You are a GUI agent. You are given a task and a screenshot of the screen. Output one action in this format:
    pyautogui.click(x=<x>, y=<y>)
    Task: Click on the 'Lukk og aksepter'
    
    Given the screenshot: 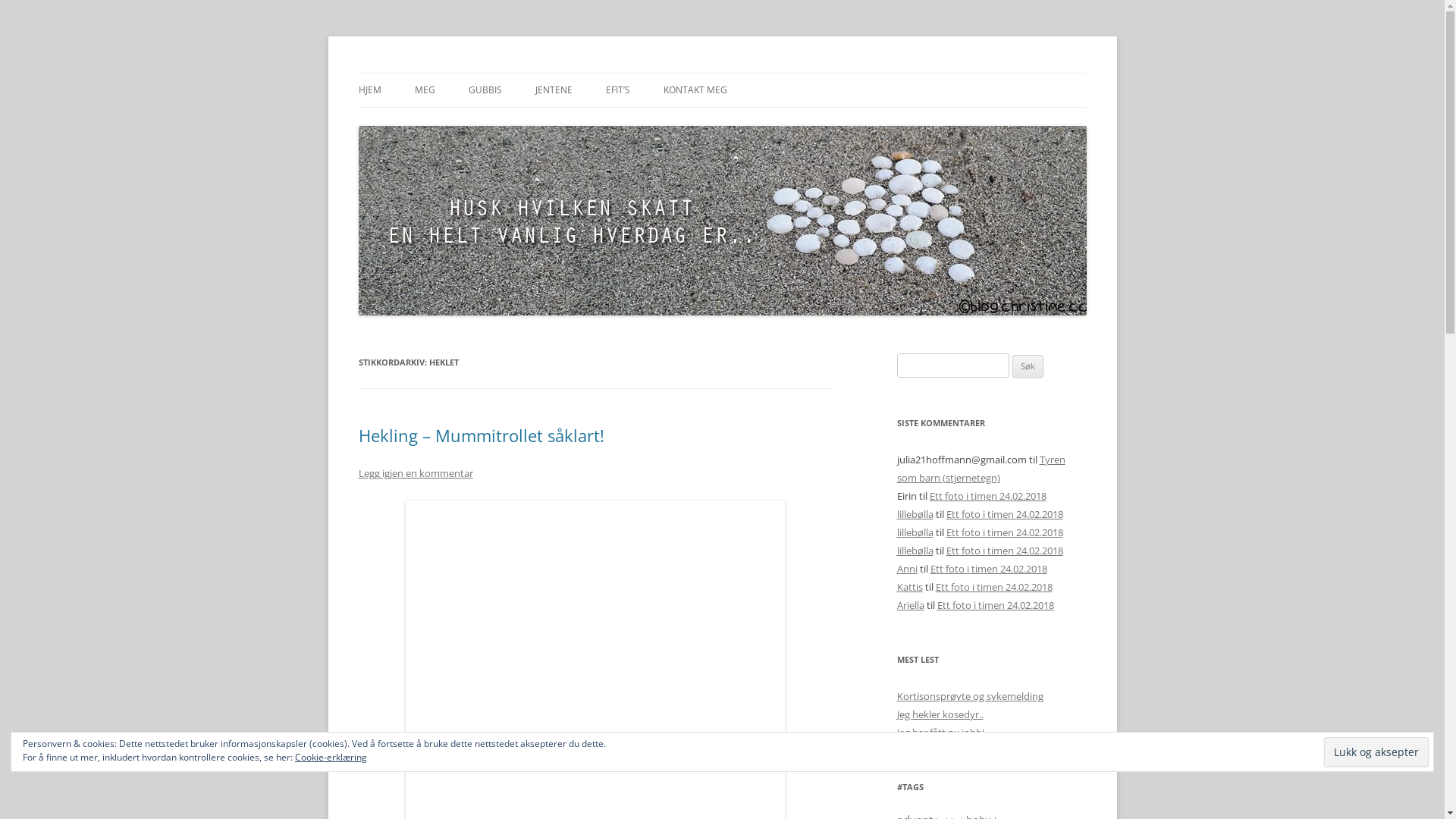 What is the action you would take?
    pyautogui.click(x=1376, y=752)
    